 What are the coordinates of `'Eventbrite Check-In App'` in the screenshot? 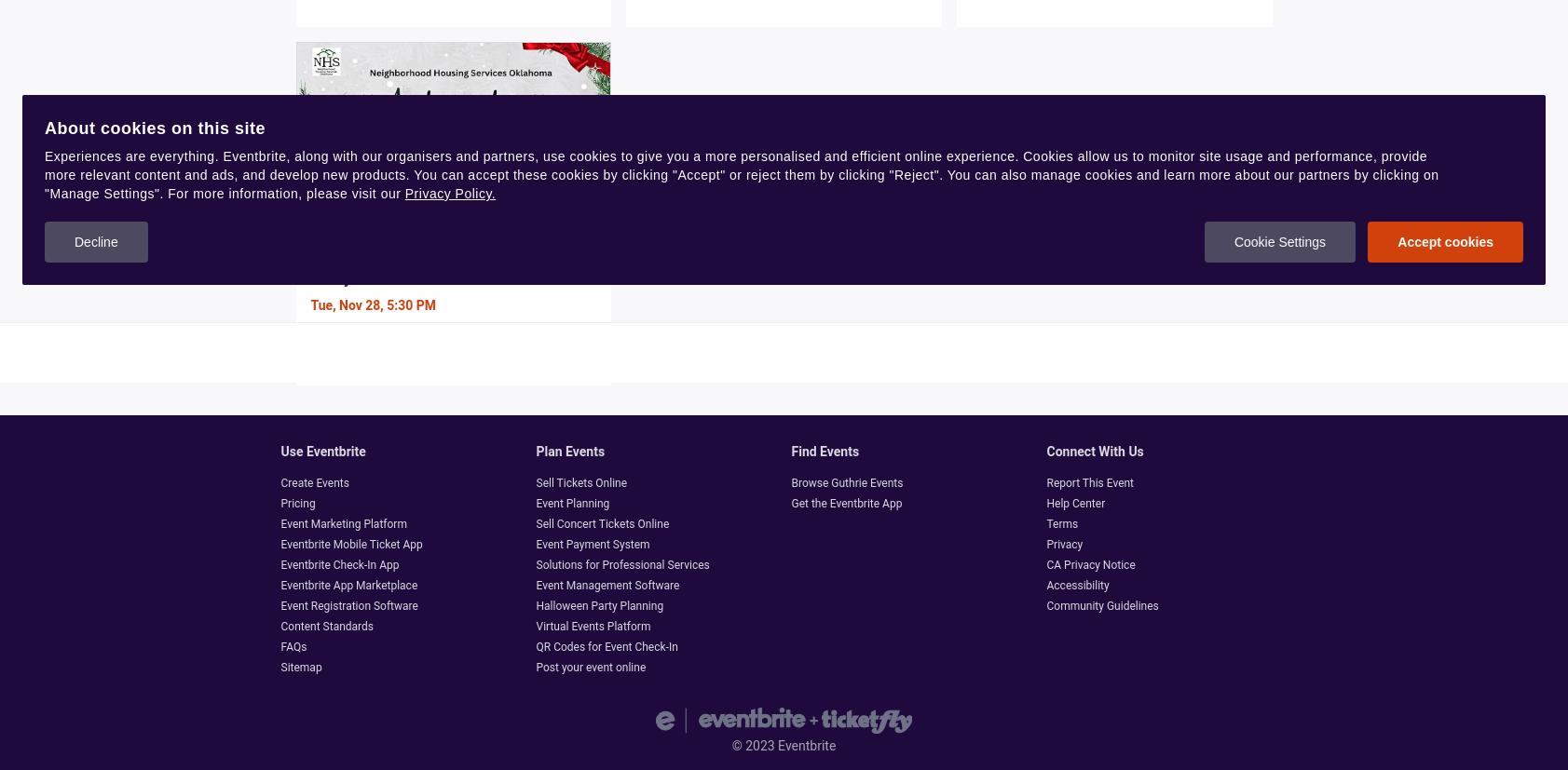 It's located at (339, 564).